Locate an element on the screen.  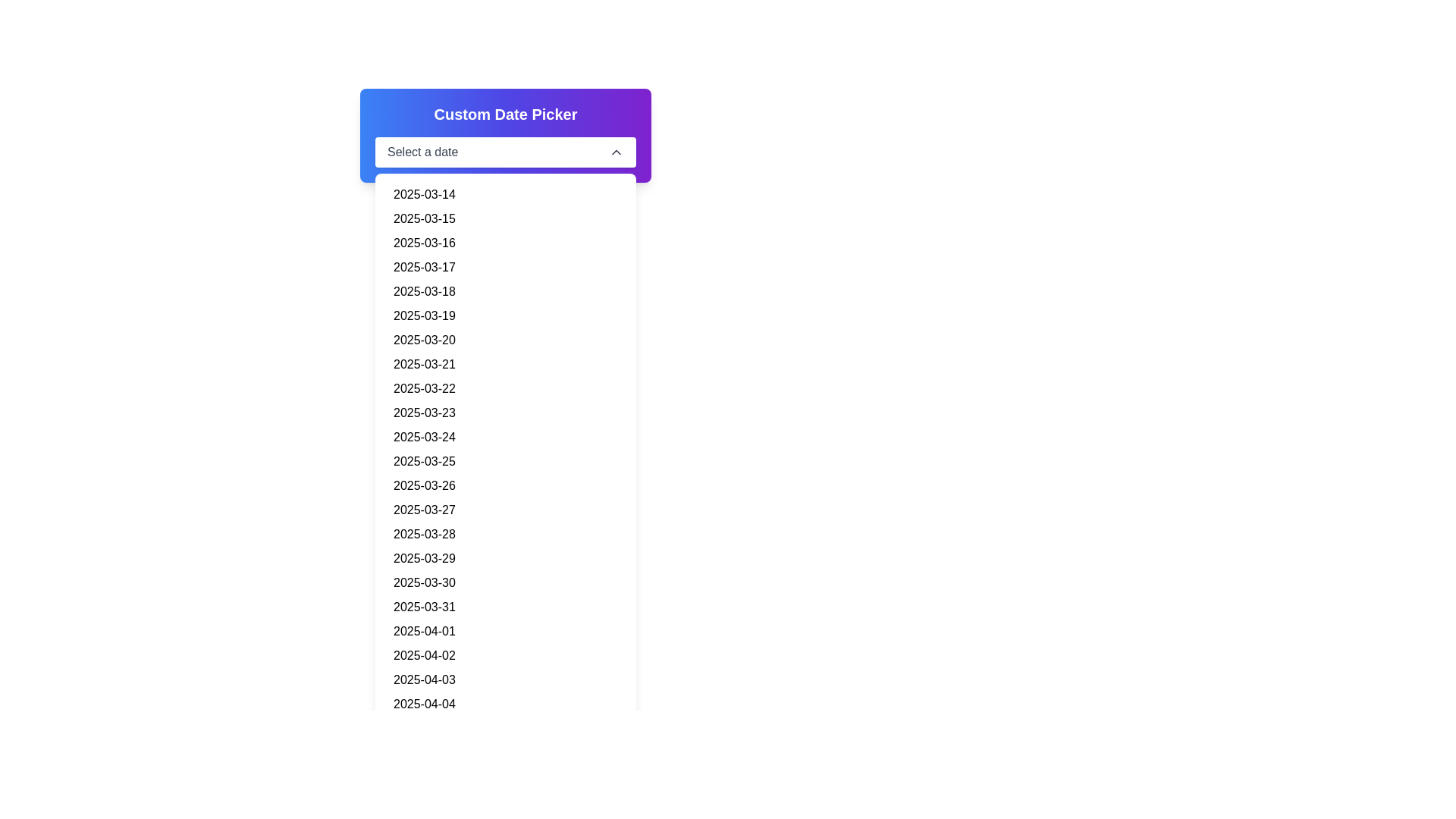
the dropdown list item displaying the date '2025-03-31' is located at coordinates (506, 607).